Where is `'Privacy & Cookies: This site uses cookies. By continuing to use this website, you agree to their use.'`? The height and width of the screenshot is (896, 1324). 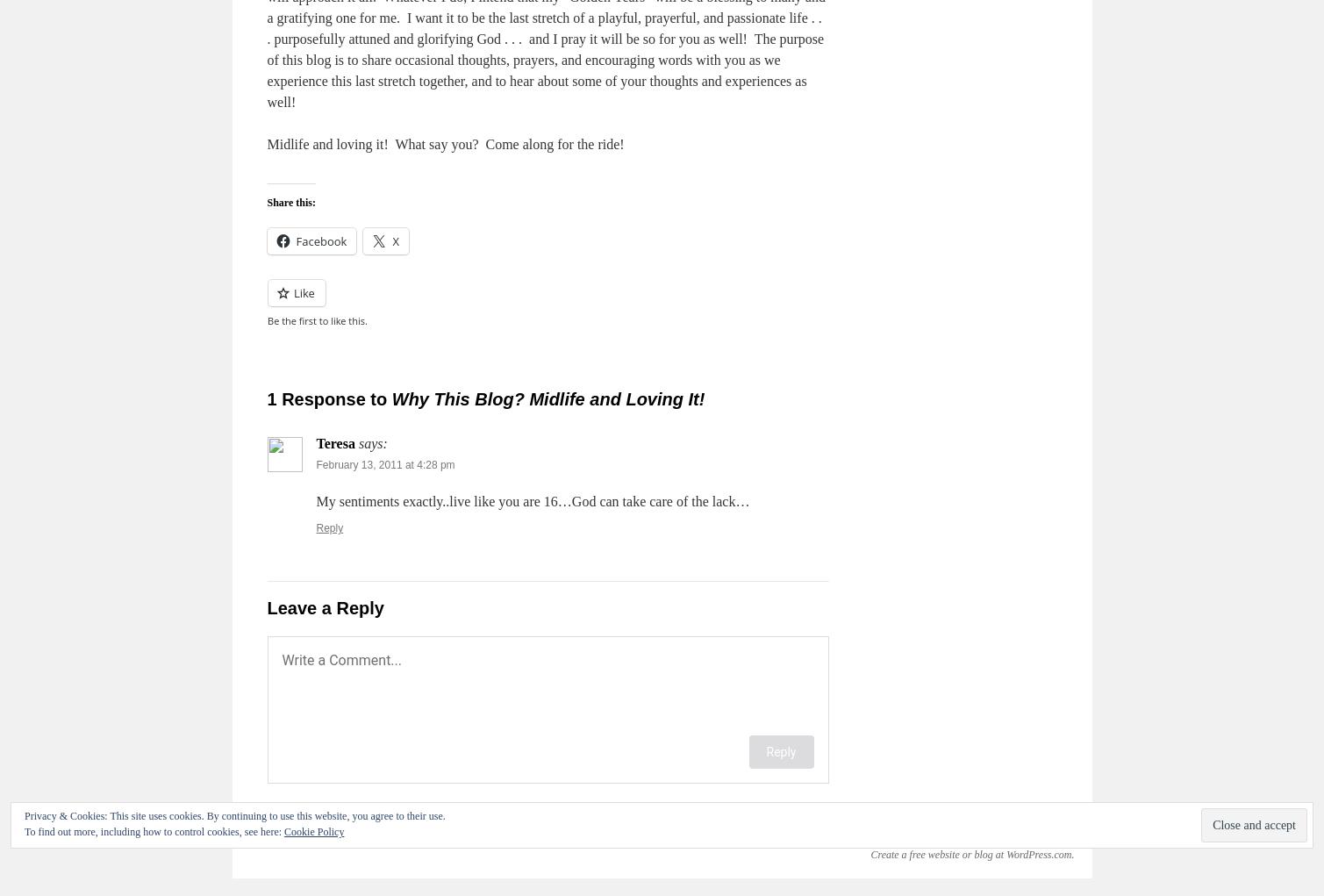 'Privacy & Cookies: This site uses cookies. By continuing to use this website, you agree to their use.' is located at coordinates (233, 816).